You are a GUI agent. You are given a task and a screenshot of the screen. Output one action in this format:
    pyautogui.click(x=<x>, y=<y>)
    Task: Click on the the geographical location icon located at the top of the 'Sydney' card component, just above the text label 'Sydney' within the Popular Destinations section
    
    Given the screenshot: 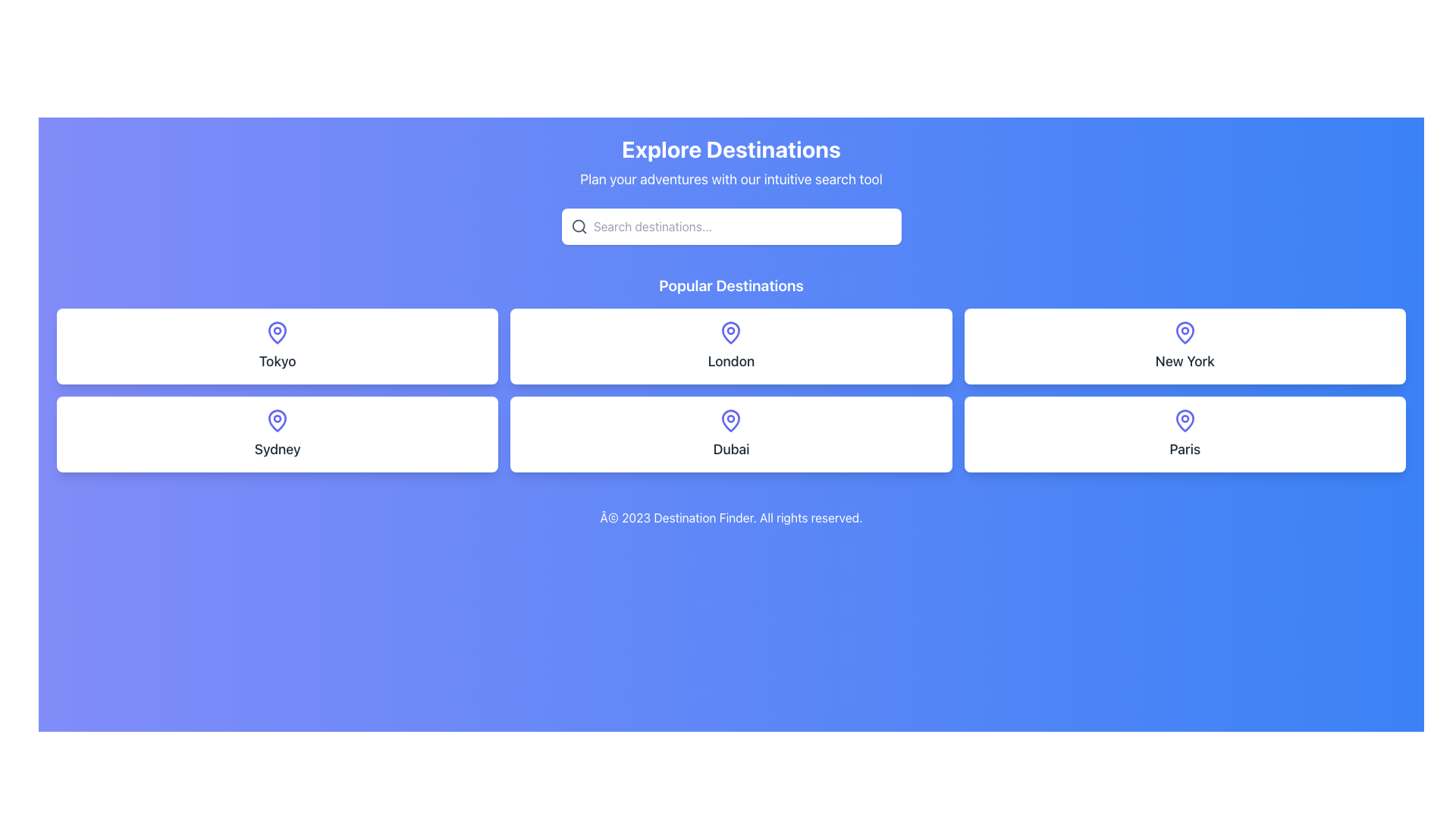 What is the action you would take?
    pyautogui.click(x=278, y=421)
    